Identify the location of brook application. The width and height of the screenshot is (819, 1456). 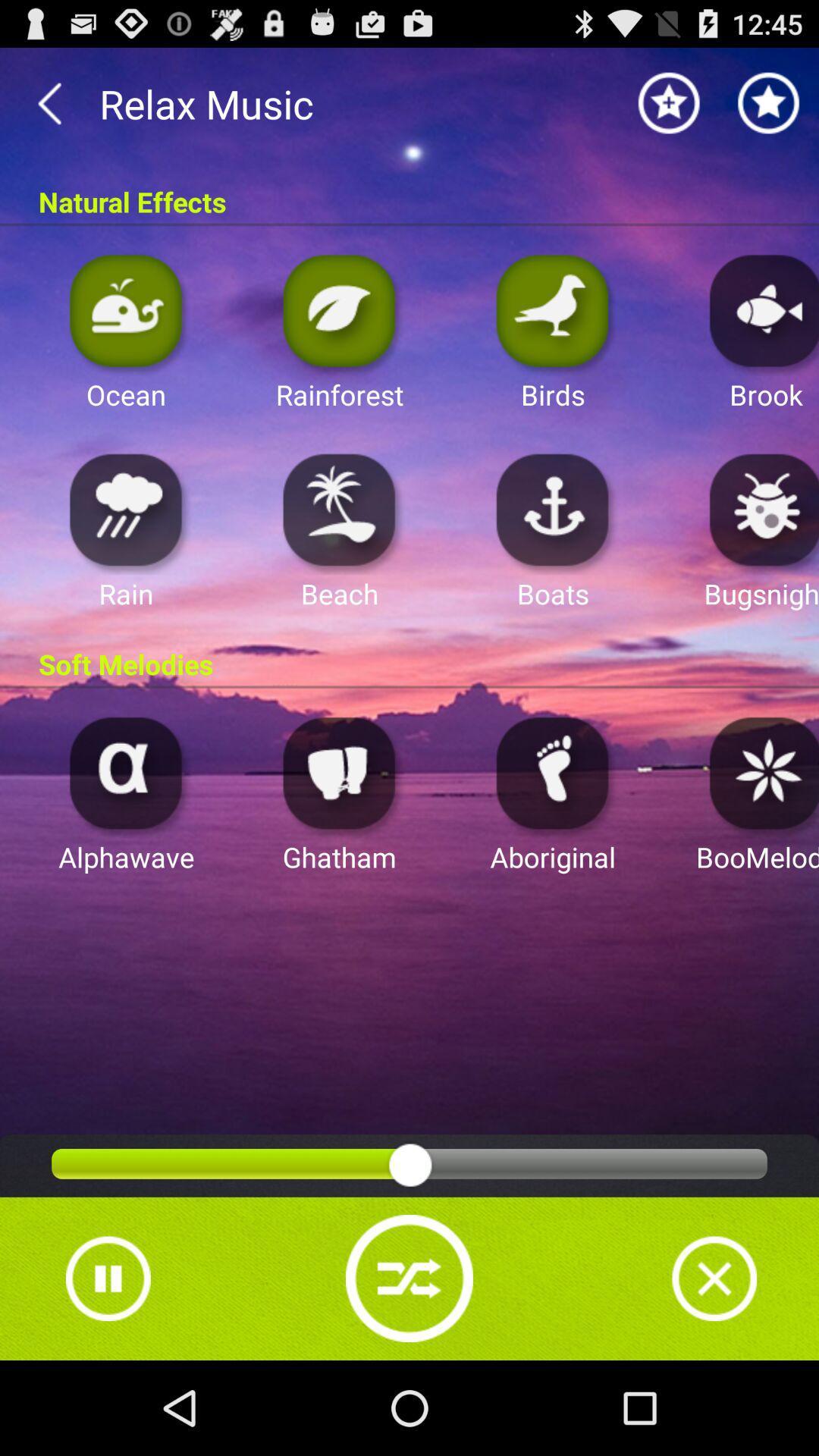
(760, 309).